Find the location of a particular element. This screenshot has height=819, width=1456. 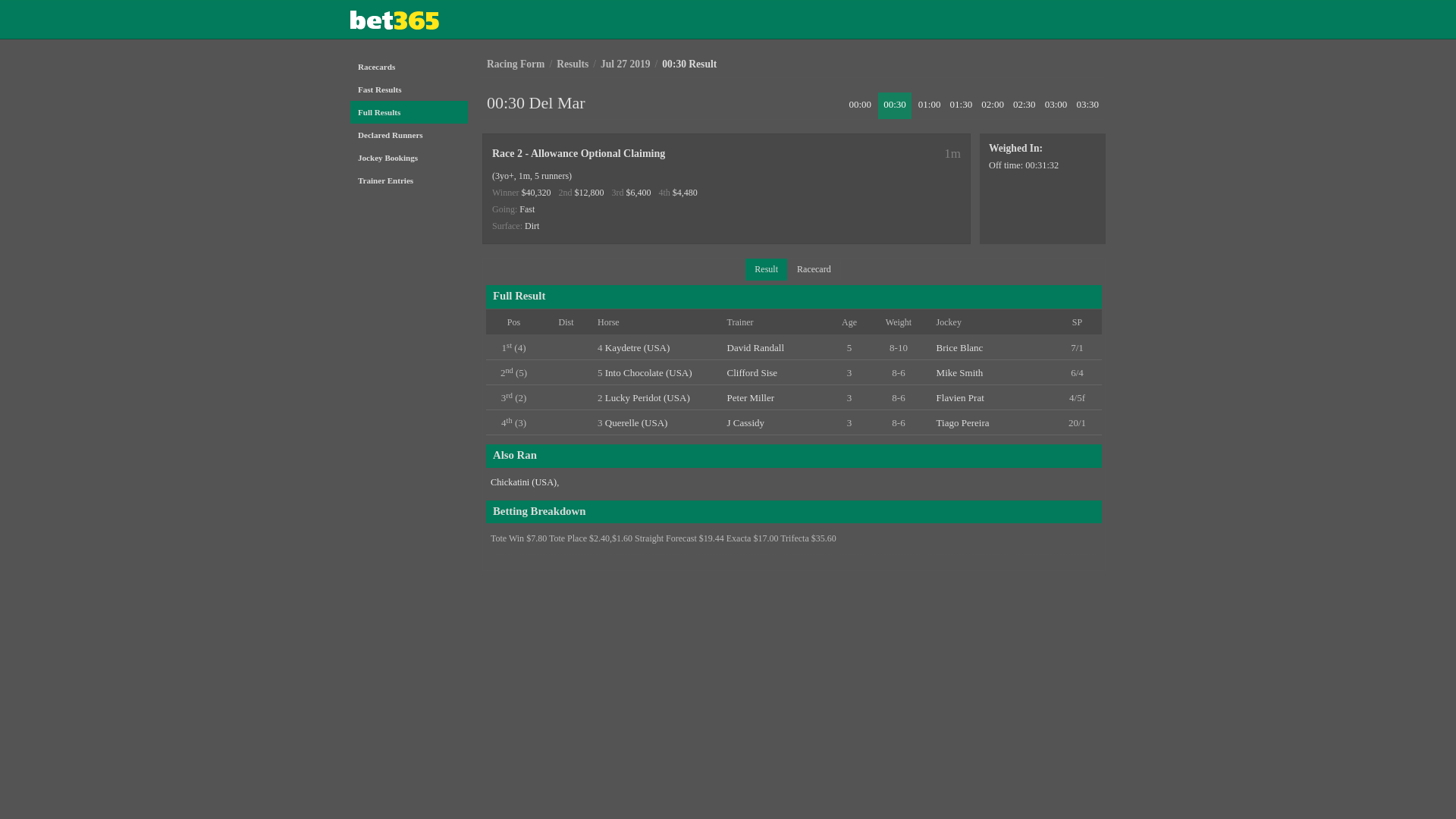

'Jockey Bookings' is located at coordinates (349, 158).